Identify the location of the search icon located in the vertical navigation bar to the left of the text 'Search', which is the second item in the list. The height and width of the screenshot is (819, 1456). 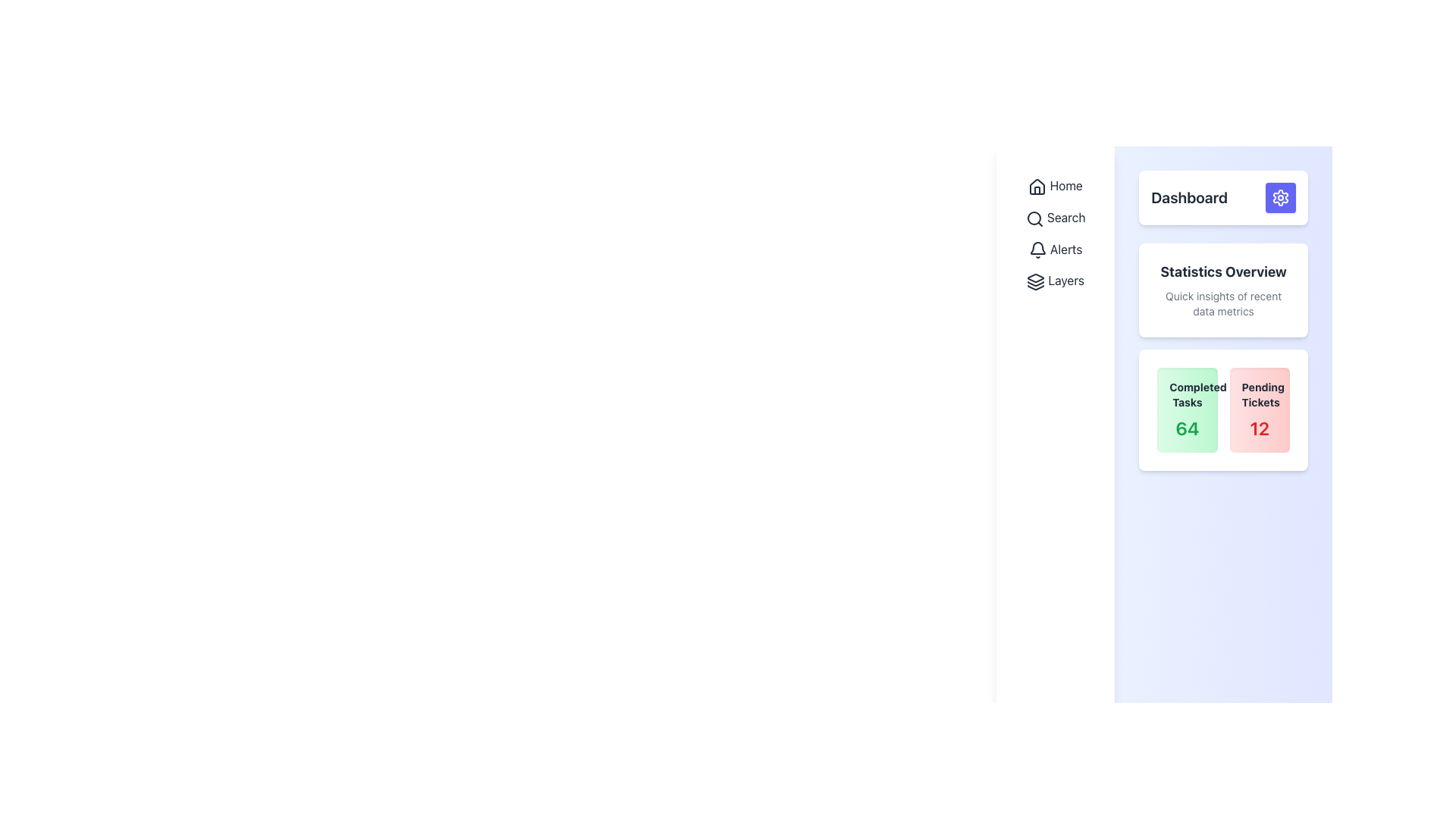
(1034, 218).